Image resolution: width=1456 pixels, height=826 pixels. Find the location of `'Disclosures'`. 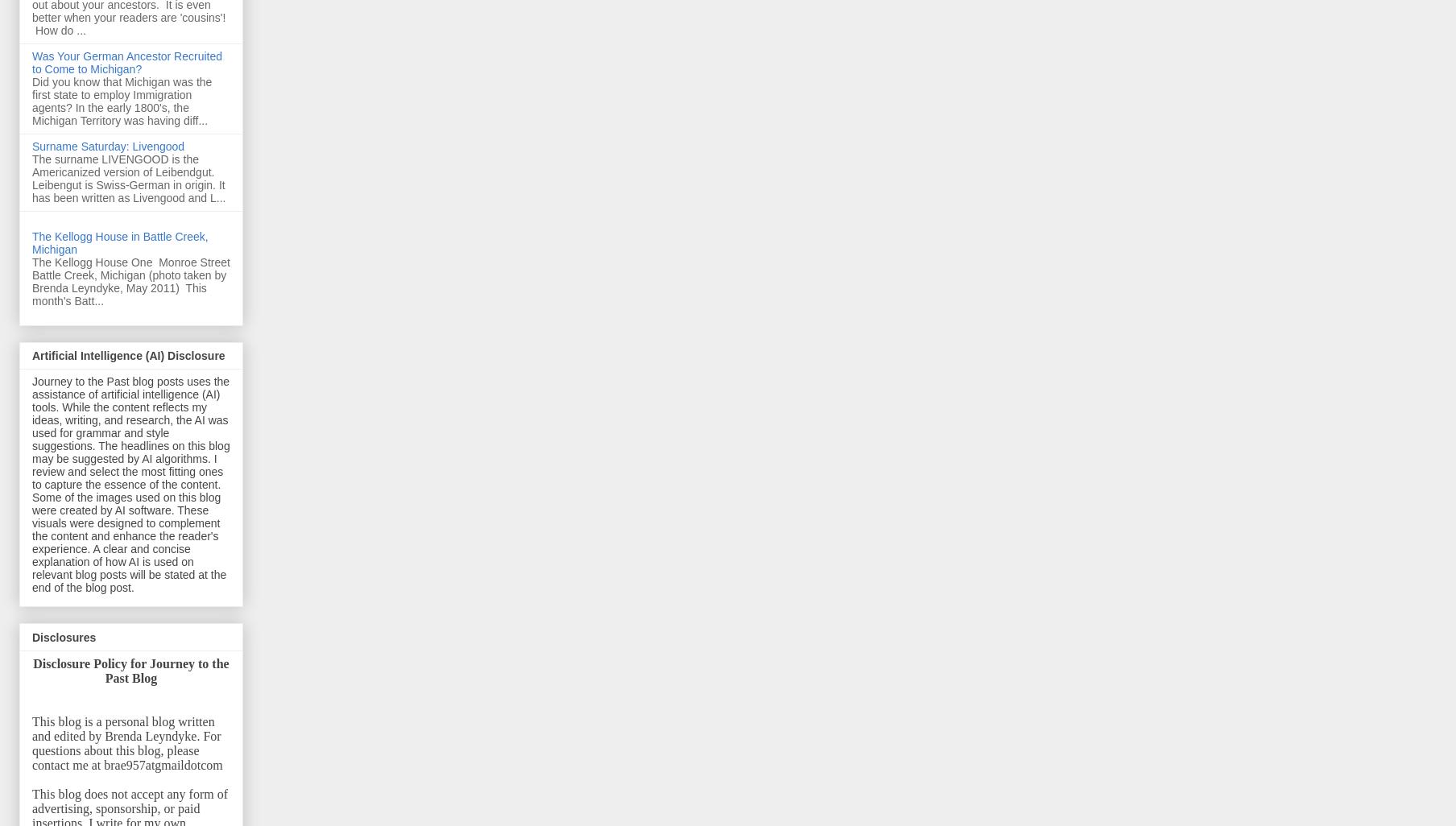

'Disclosures' is located at coordinates (63, 636).